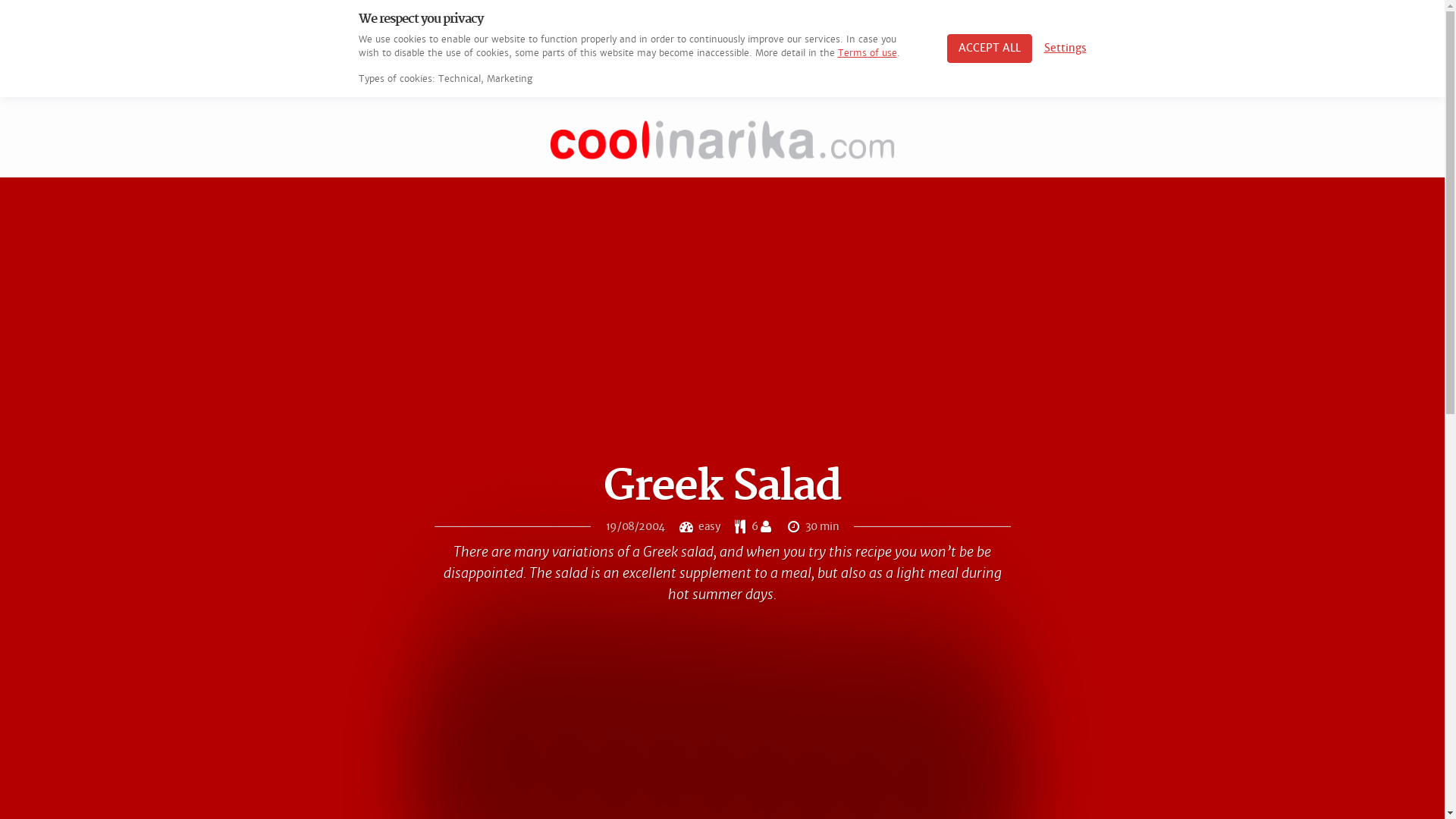  I want to click on 'Terms of use', so click(866, 52).